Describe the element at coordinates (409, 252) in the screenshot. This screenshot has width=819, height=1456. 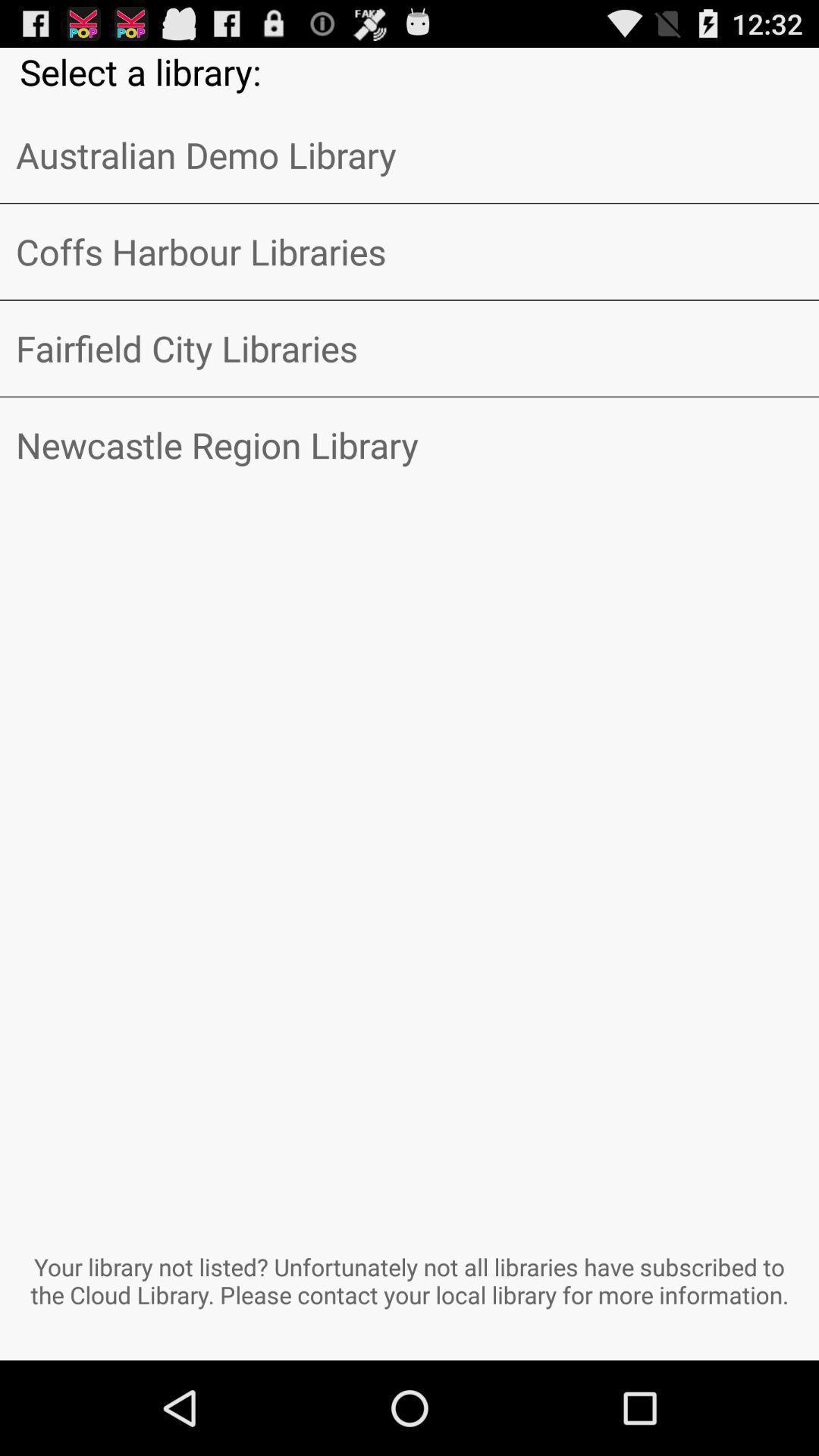
I see `the item below australian demo library icon` at that location.